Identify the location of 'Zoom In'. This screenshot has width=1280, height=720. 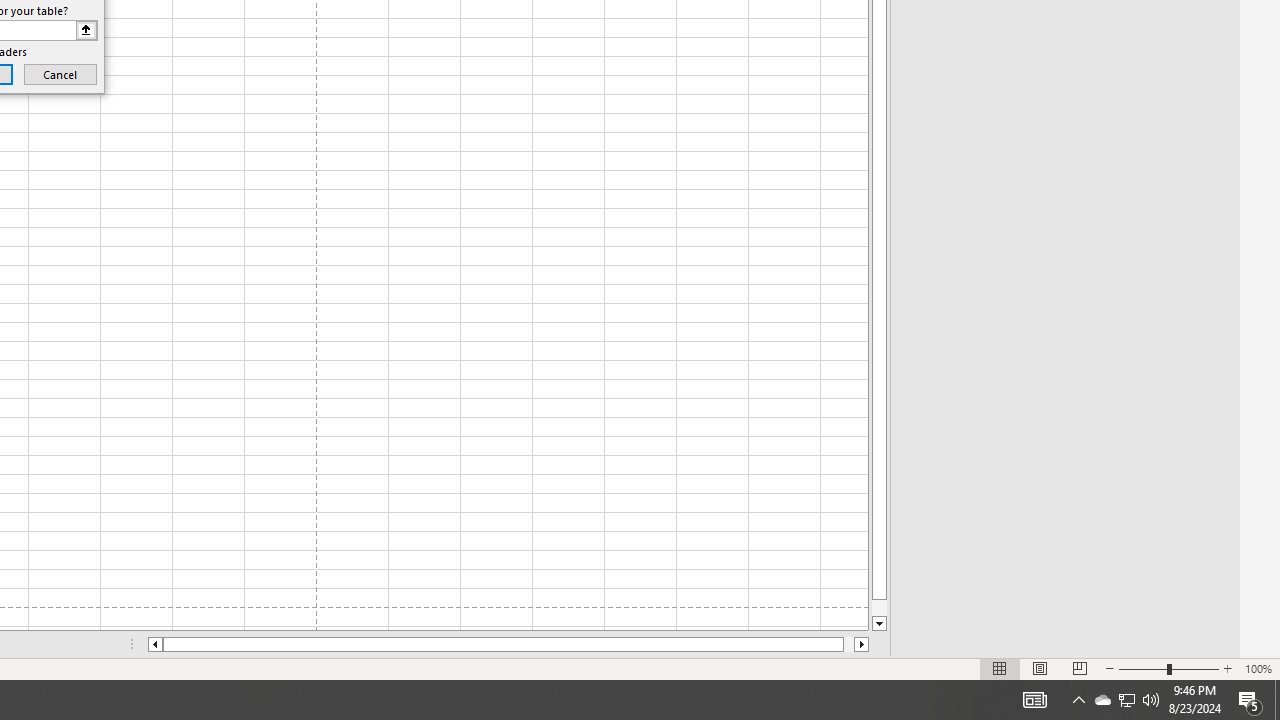
(1226, 669).